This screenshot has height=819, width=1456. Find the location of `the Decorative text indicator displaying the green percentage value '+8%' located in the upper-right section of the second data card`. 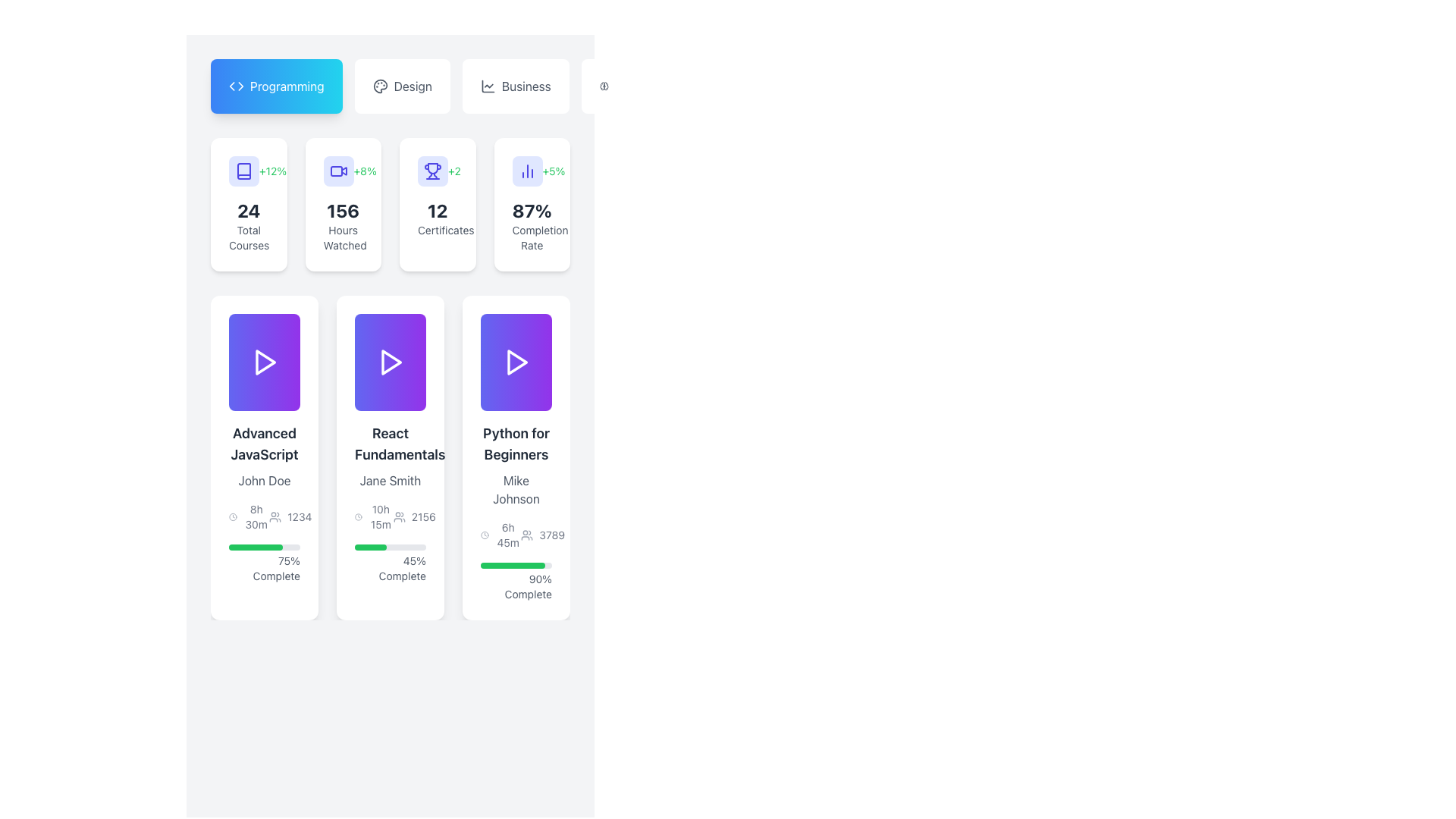

the Decorative text indicator displaying the green percentage value '+8%' located in the upper-right section of the second data card is located at coordinates (365, 171).